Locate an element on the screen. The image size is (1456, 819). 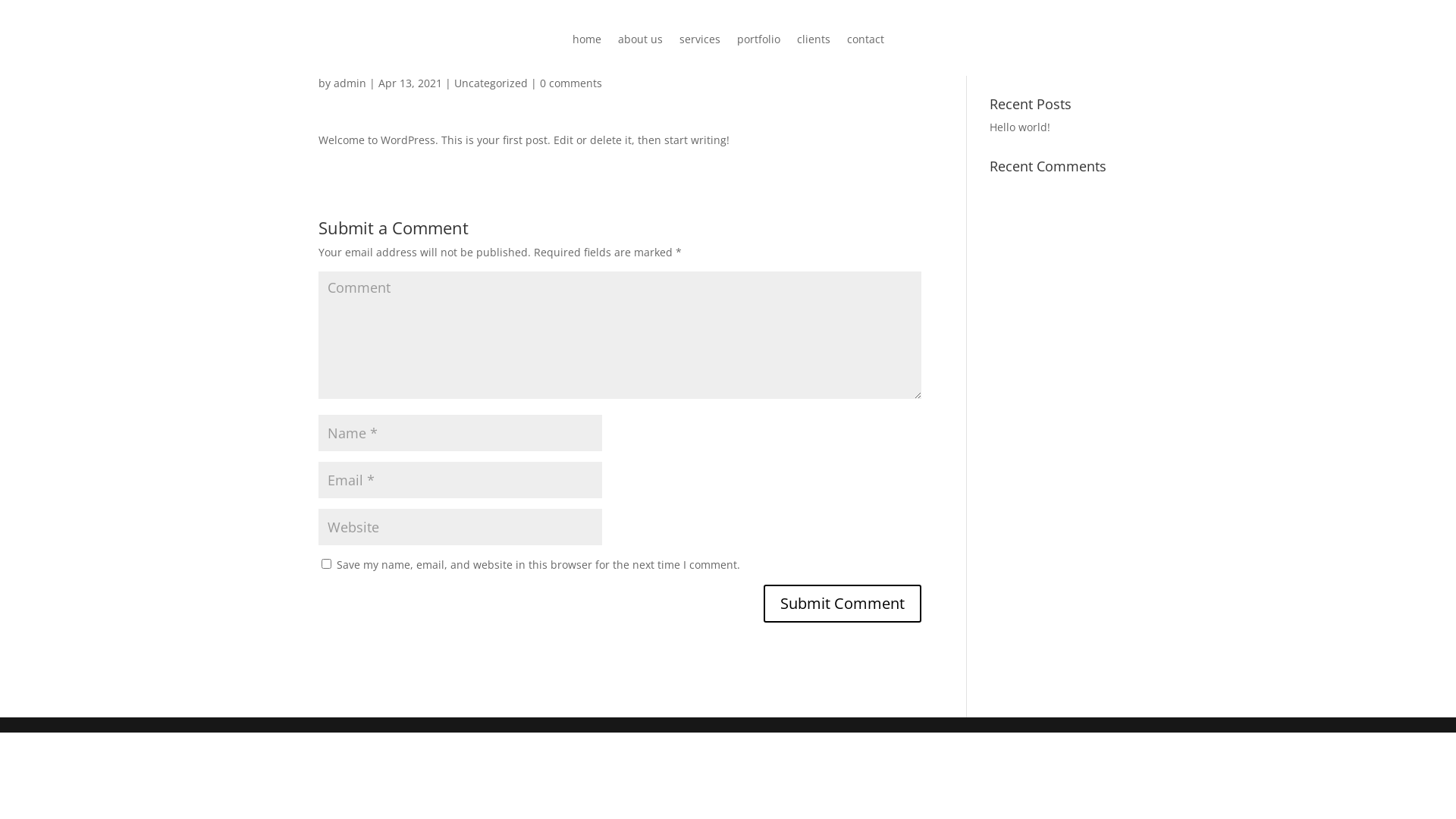
'contact' is located at coordinates (846, 42).